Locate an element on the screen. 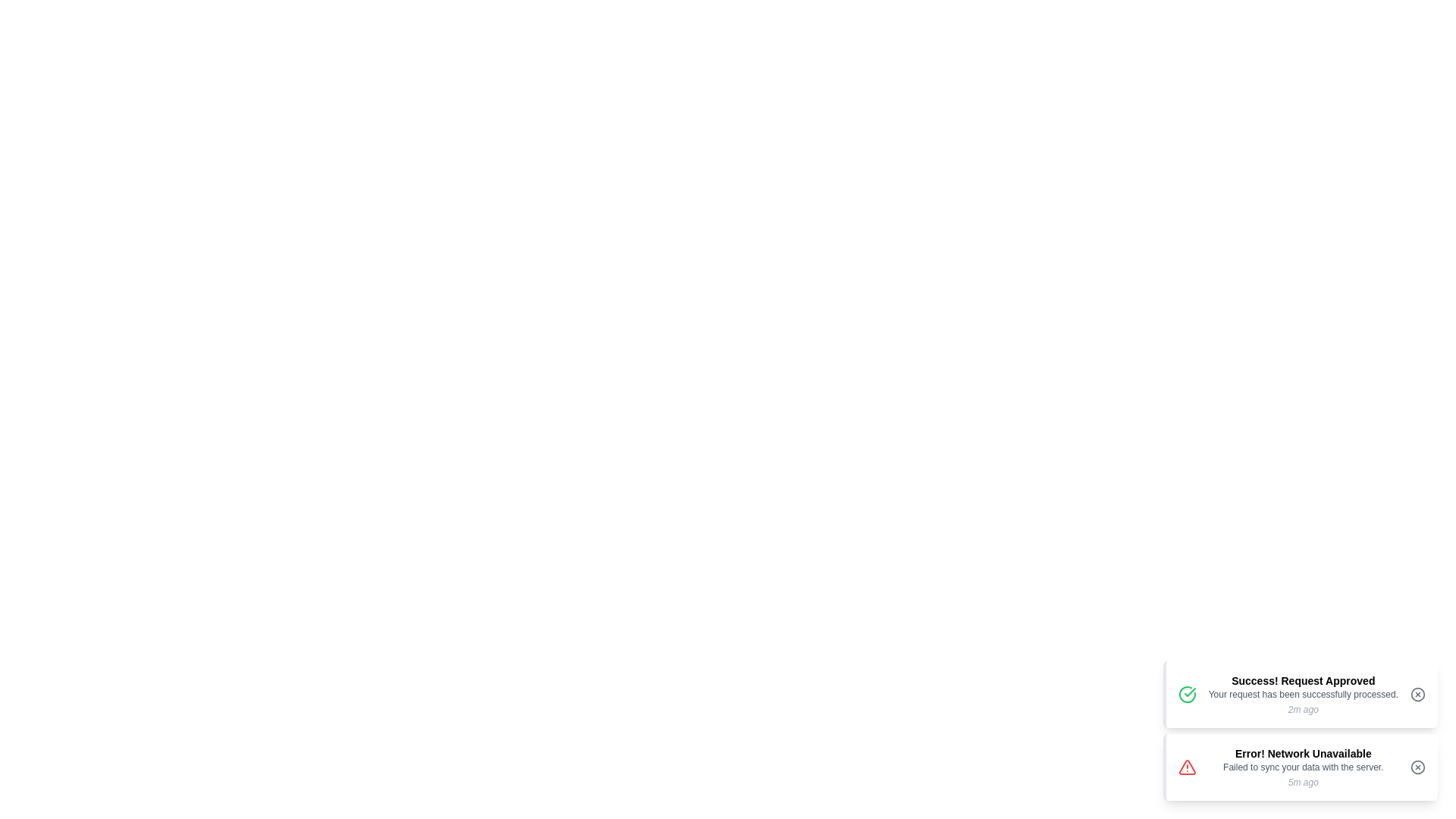 This screenshot has width=1456, height=819. close button on the snackbar is located at coordinates (1417, 694).